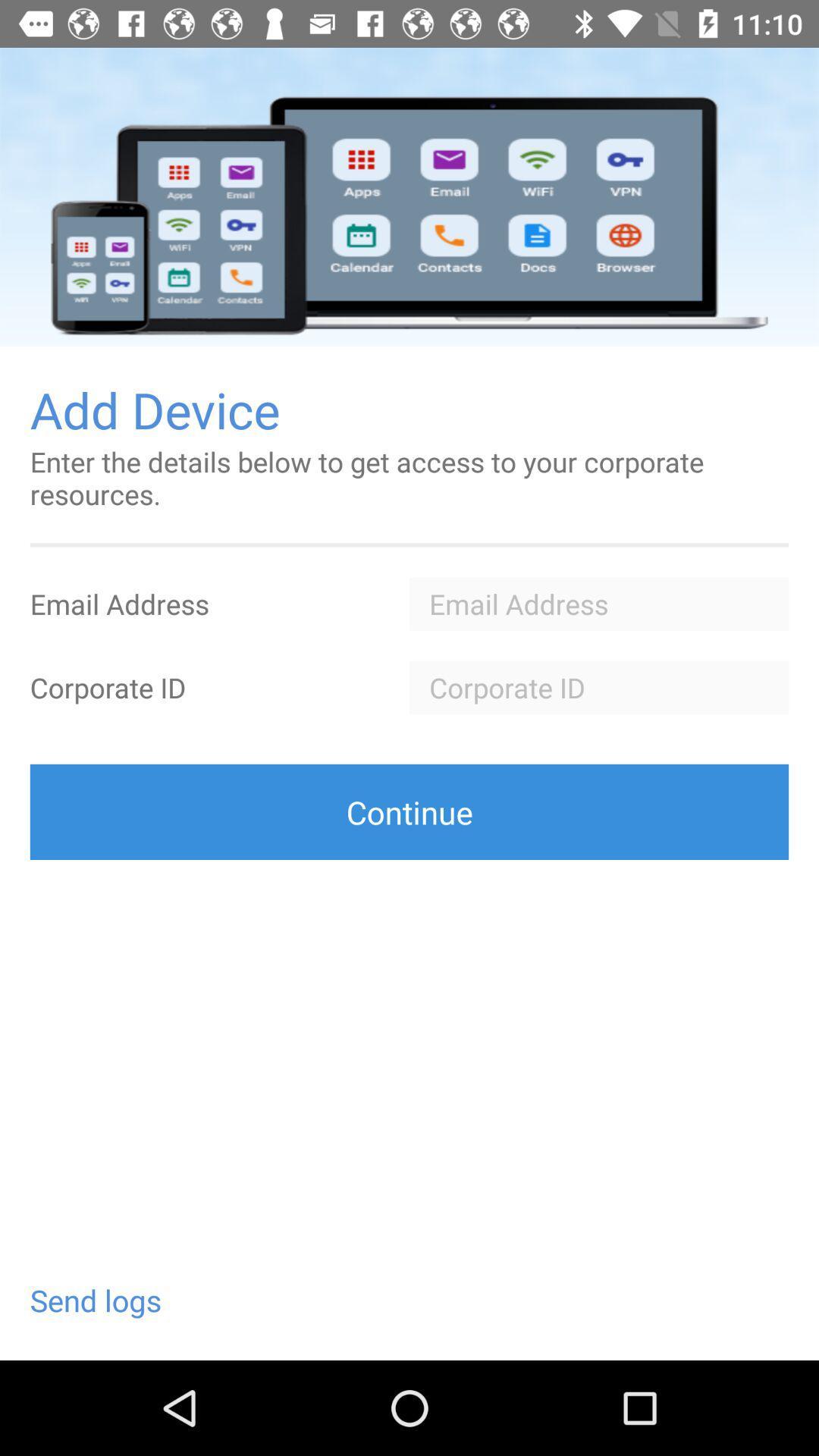  I want to click on corporate id, so click(598, 686).